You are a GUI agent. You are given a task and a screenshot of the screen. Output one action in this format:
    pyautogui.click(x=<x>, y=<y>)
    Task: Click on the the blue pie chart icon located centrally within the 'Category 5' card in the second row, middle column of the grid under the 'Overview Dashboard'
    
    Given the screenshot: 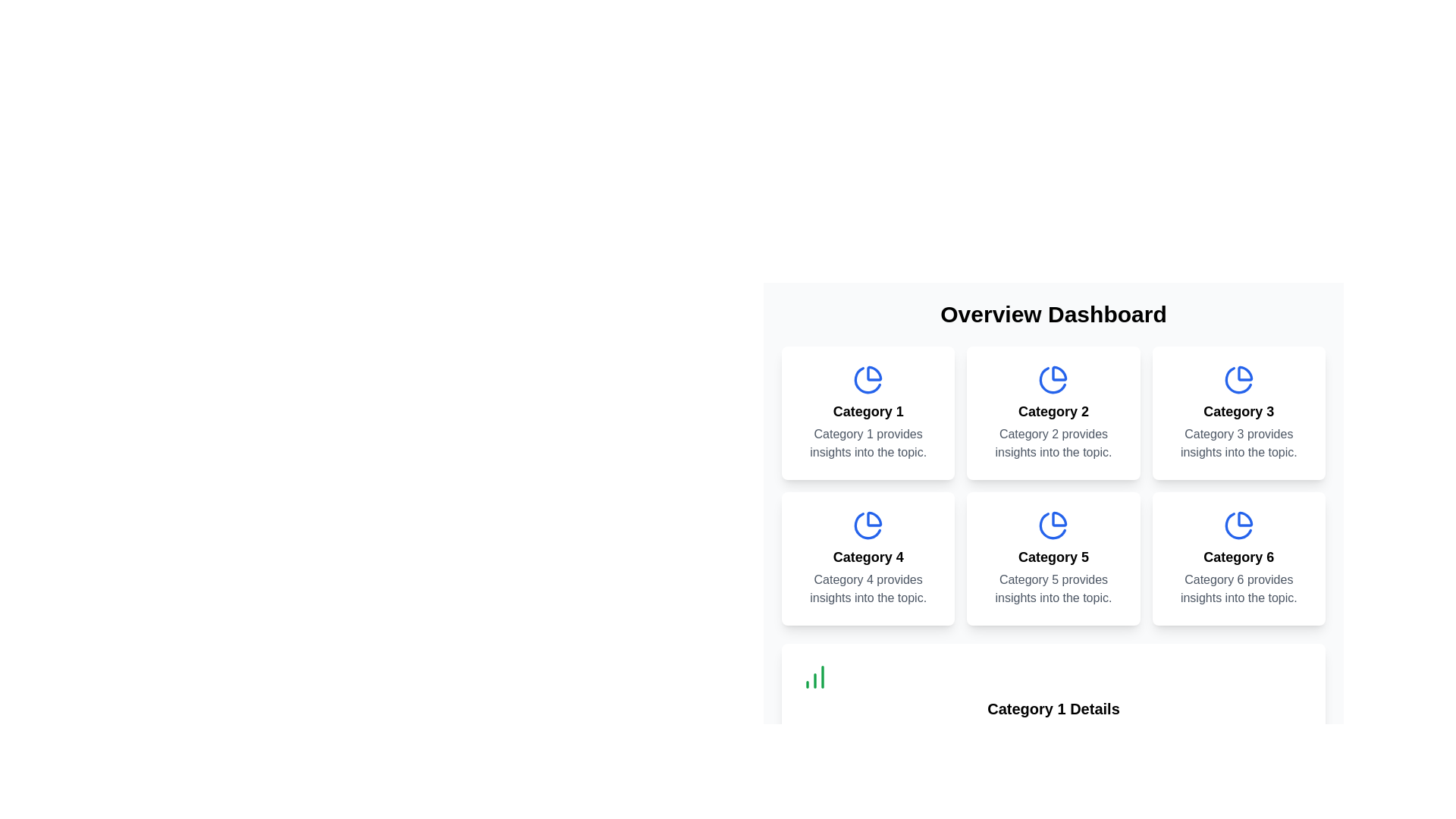 What is the action you would take?
    pyautogui.click(x=1053, y=525)
    